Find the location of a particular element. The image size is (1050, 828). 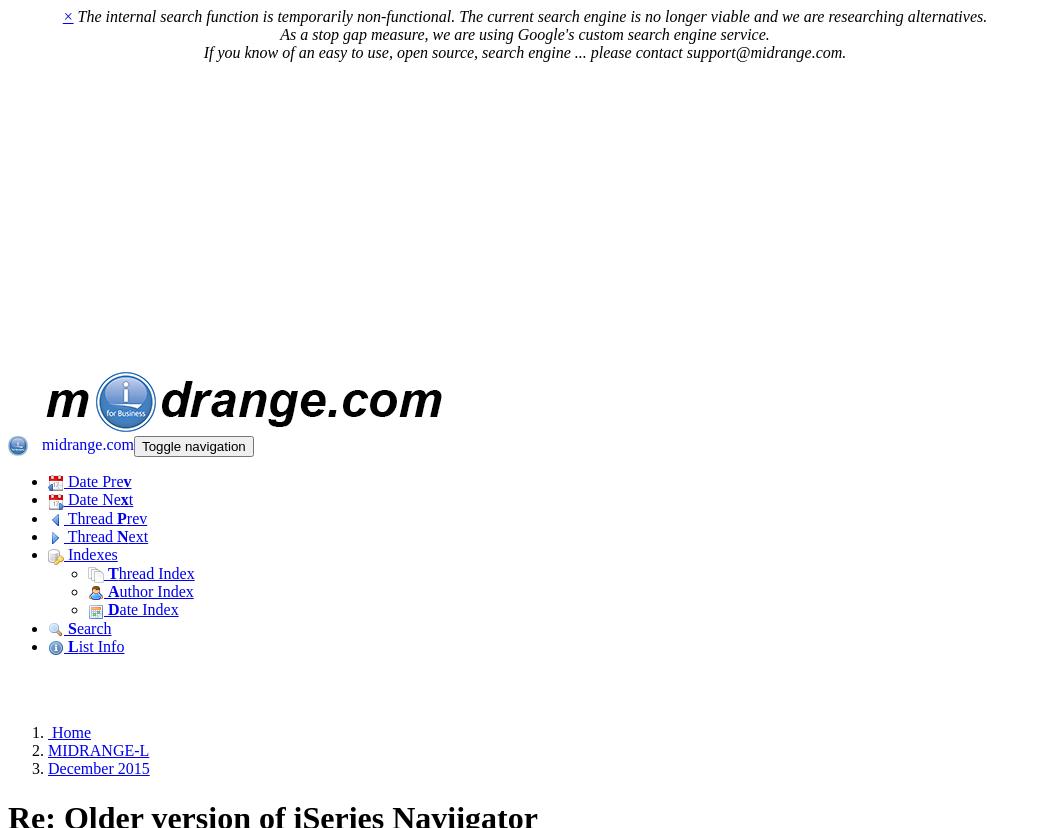

'uthor Index' is located at coordinates (156, 589).